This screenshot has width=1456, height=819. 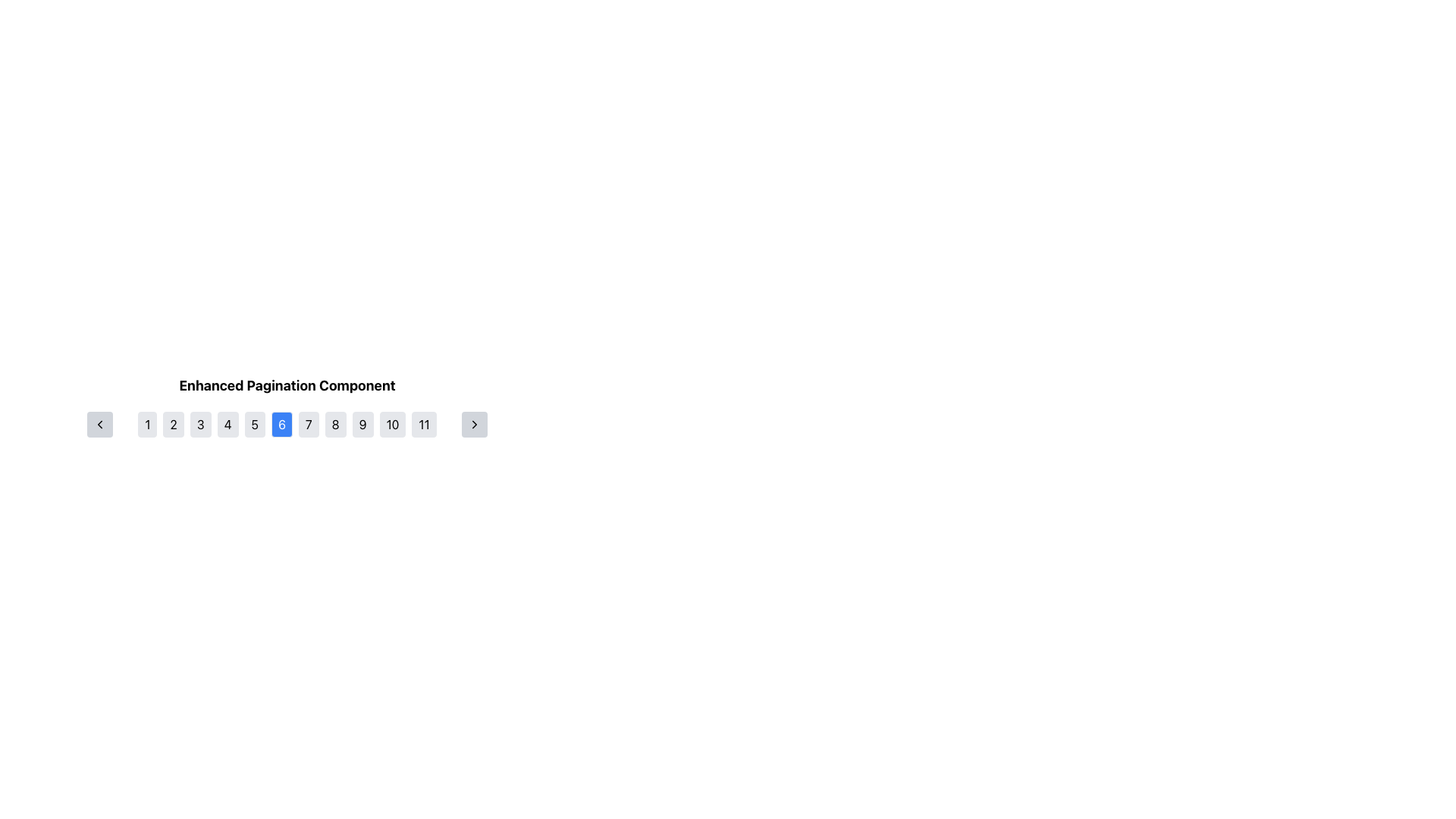 I want to click on the seventh page navigation button in the pagination system, so click(x=308, y=424).